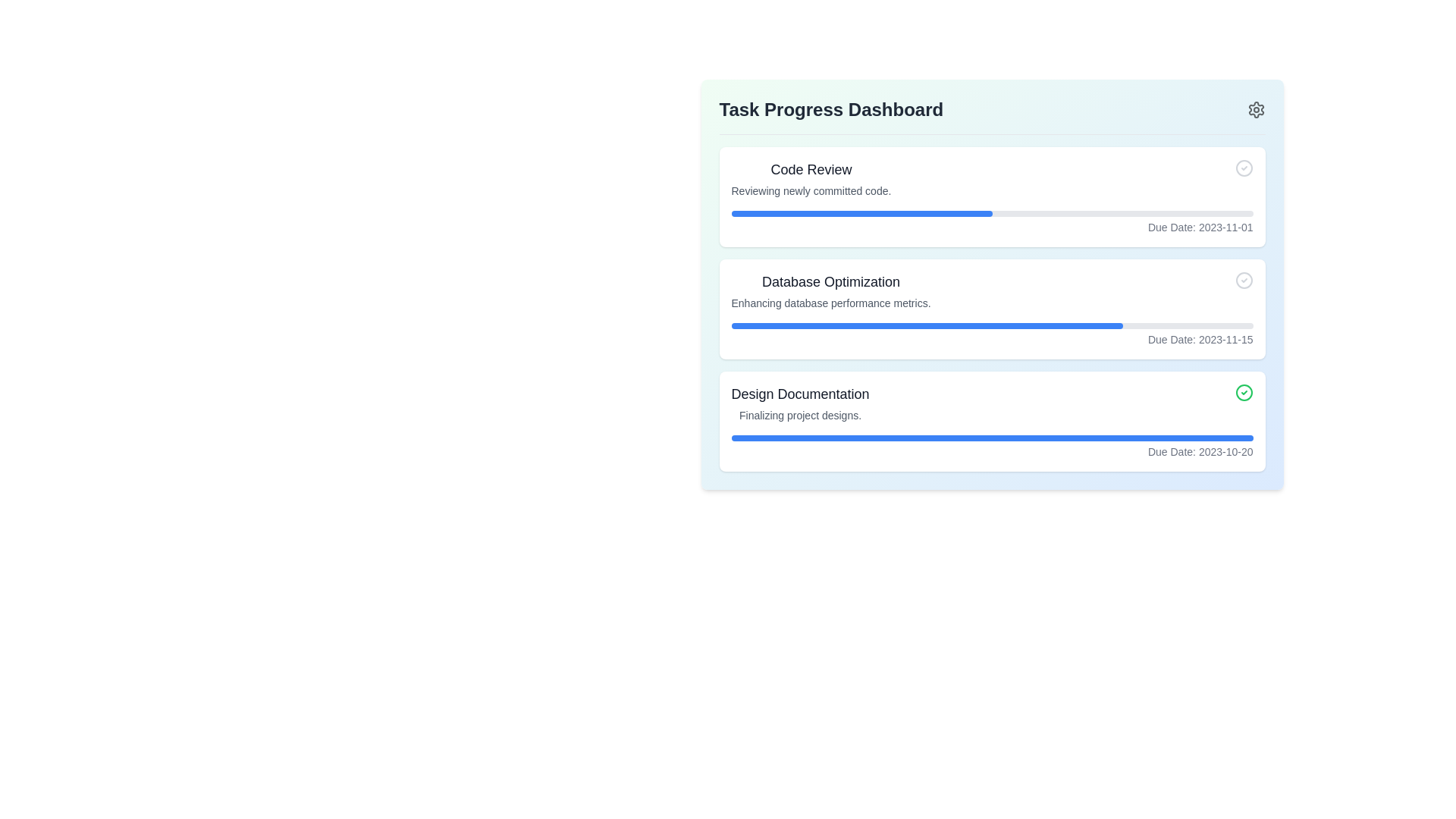 This screenshot has height=819, width=1456. Describe the element at coordinates (992, 438) in the screenshot. I see `the progress bar that visually represents progress and is located directly above the text element displaying 'Due Date: 2023-10-20', centered in the 'Design Documentation' card` at that location.